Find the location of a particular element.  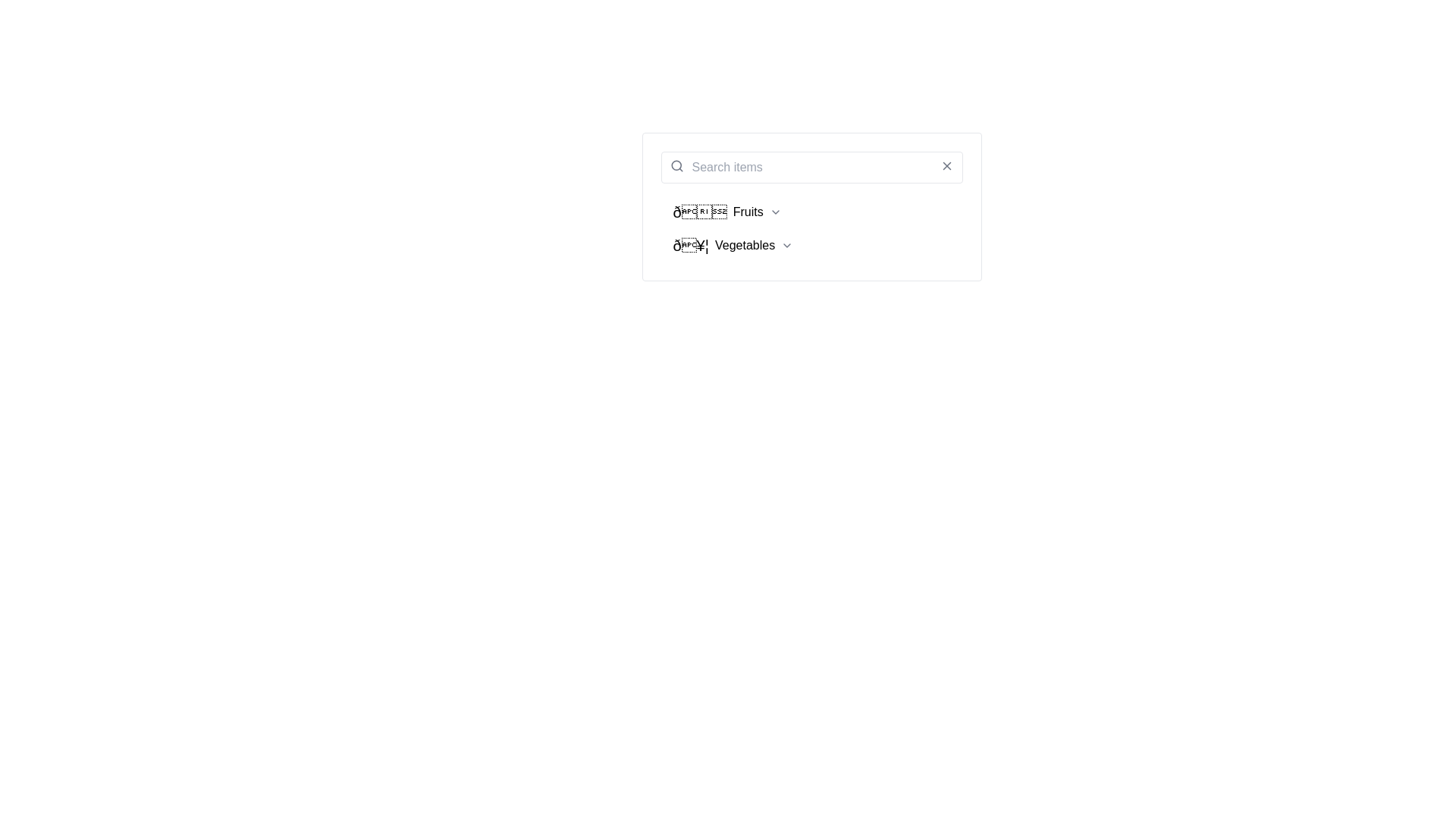

the Dropdown toggle button labeled 'Fruits' with a fruit emoji and a downward arrow, which is the first item in the dropdown menu below the search bar is located at coordinates (811, 212).